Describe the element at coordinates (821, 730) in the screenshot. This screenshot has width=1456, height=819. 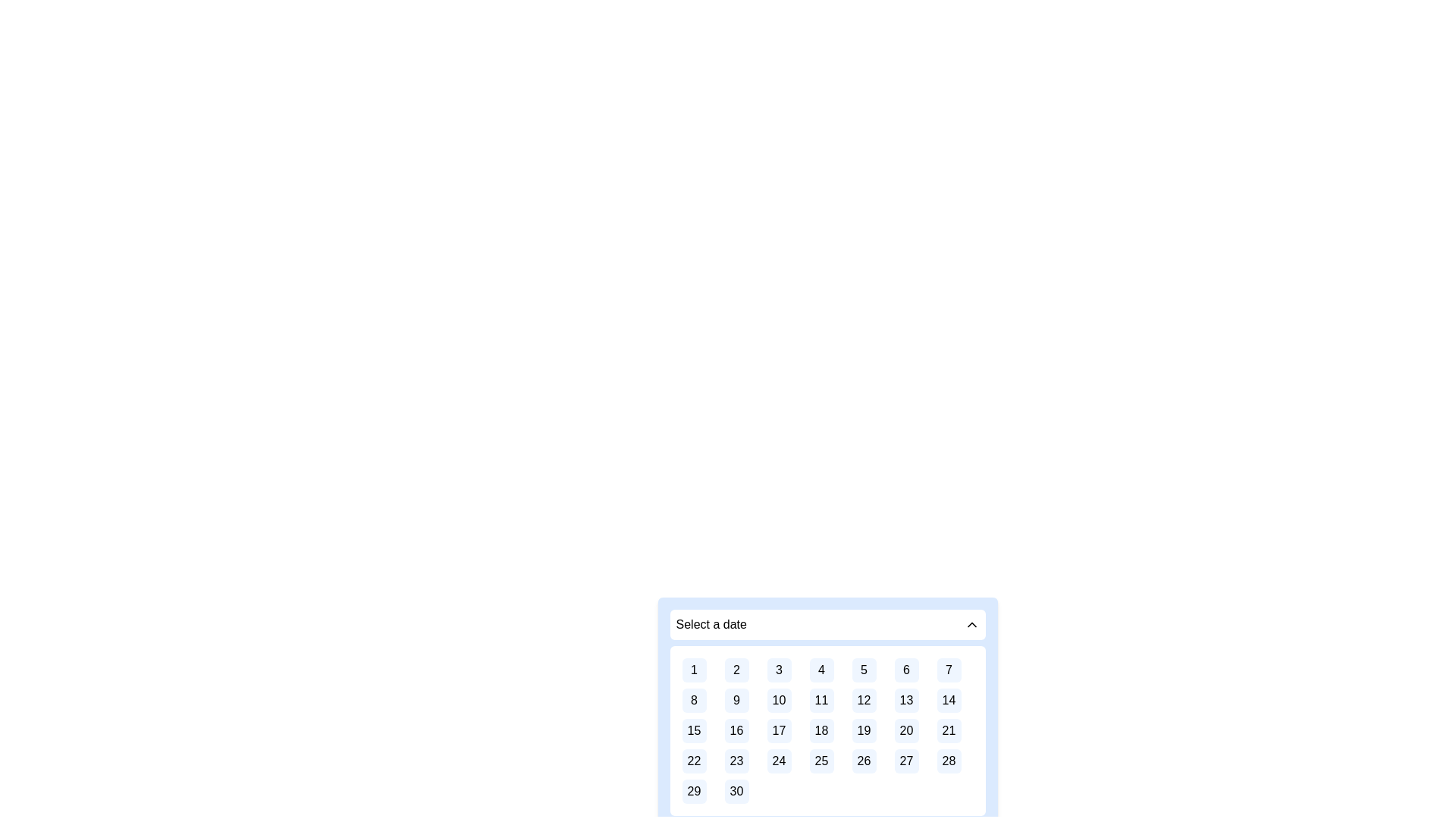
I see `the square-shaped button with a rounded border and the number '18' in black, which has a light blue background` at that location.